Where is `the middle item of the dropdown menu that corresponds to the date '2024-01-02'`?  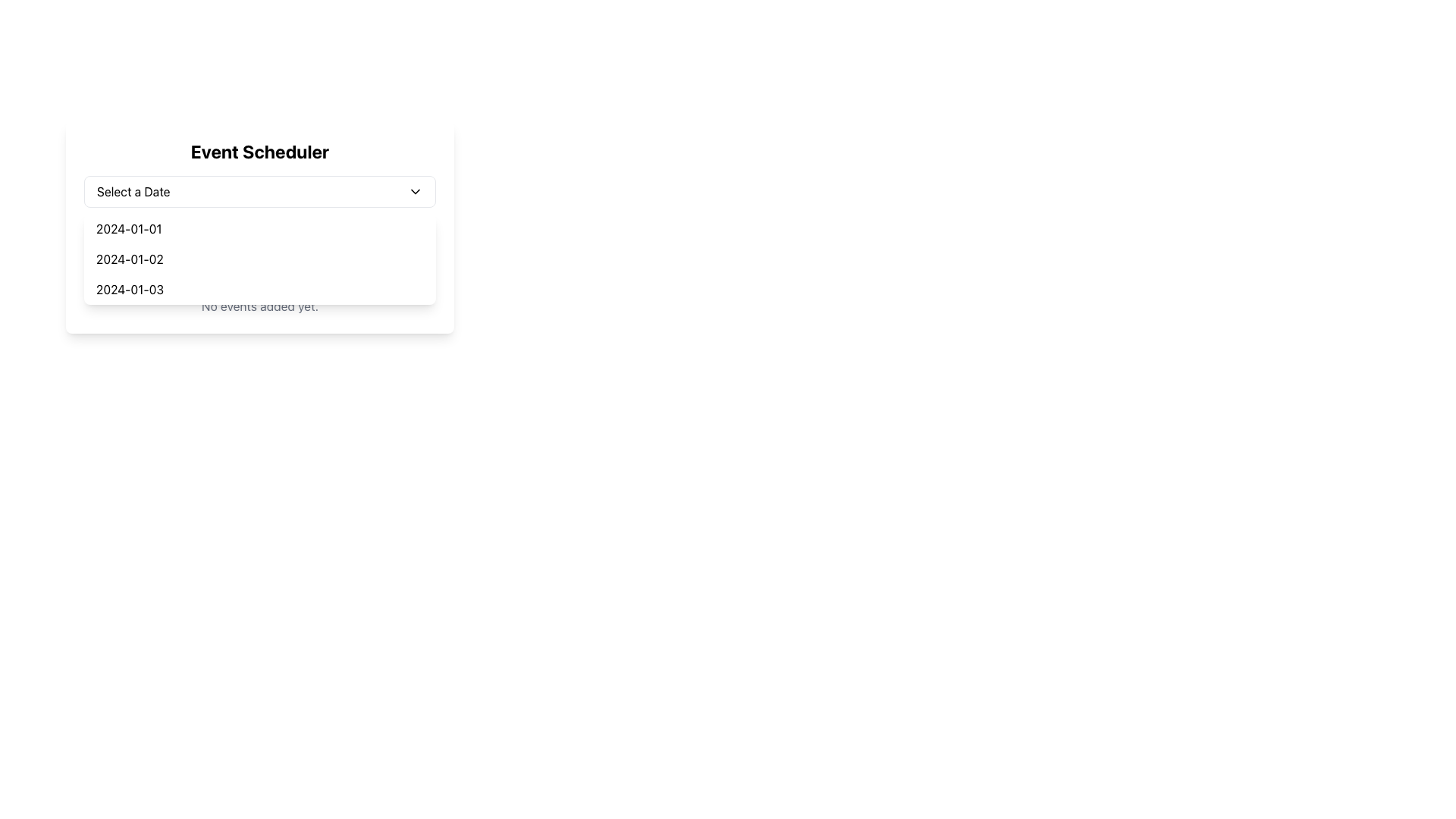
the middle item of the dropdown menu that corresponds to the date '2024-01-02' is located at coordinates (259, 259).